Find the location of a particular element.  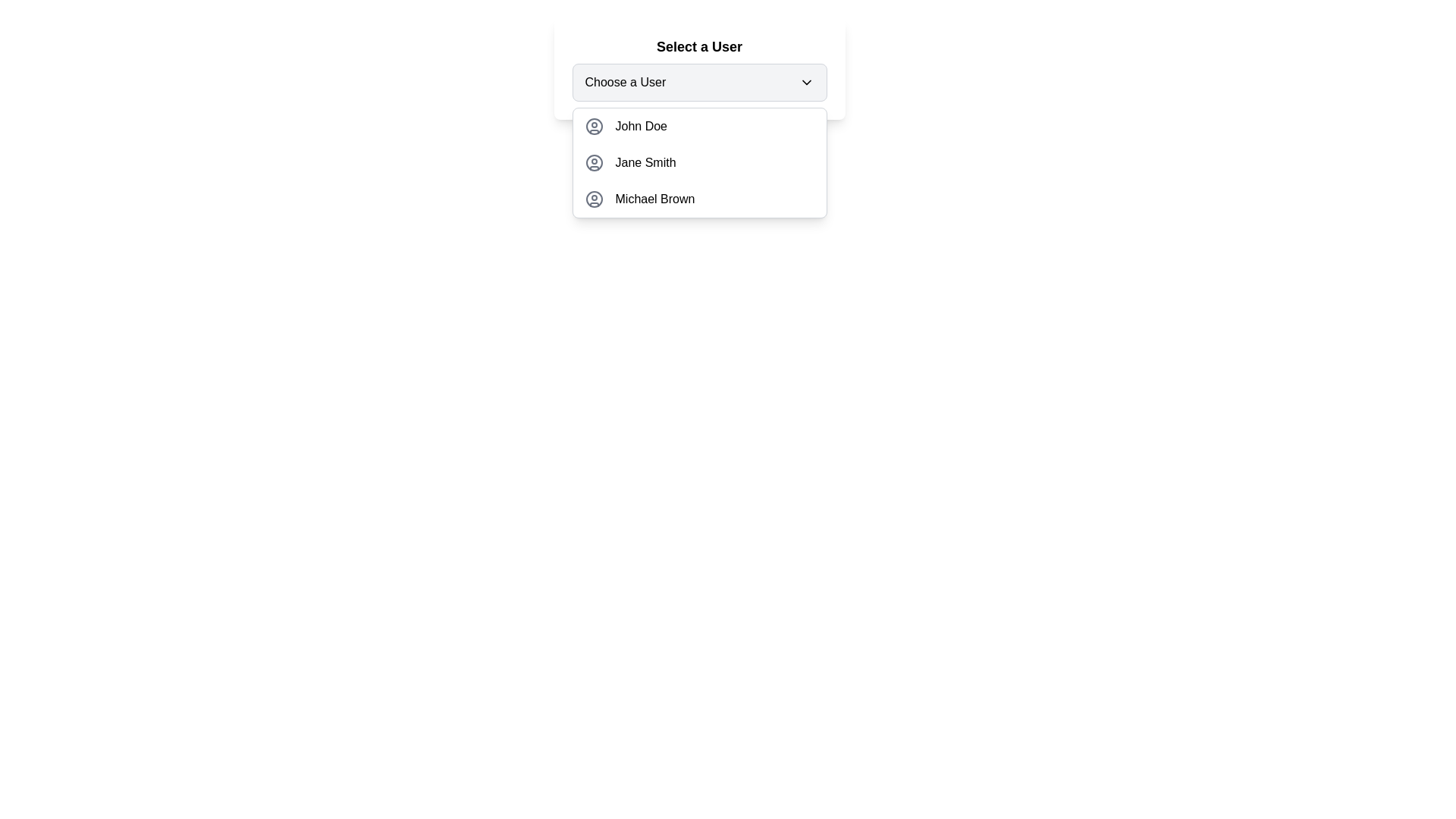

the dropdown menu located within the 'Select a User' card is located at coordinates (698, 82).